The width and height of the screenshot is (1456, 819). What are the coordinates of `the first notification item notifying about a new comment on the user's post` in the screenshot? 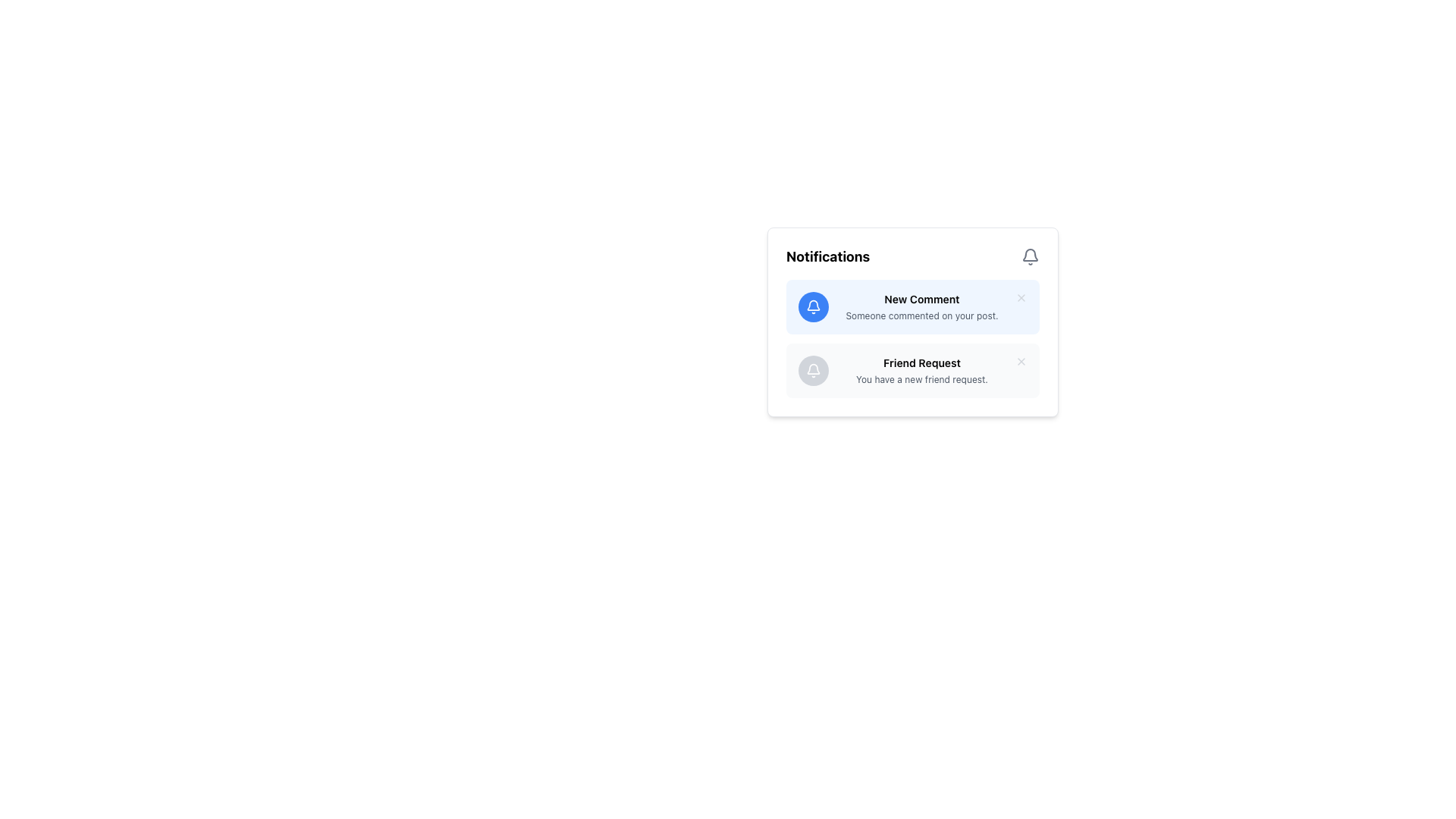 It's located at (921, 307).